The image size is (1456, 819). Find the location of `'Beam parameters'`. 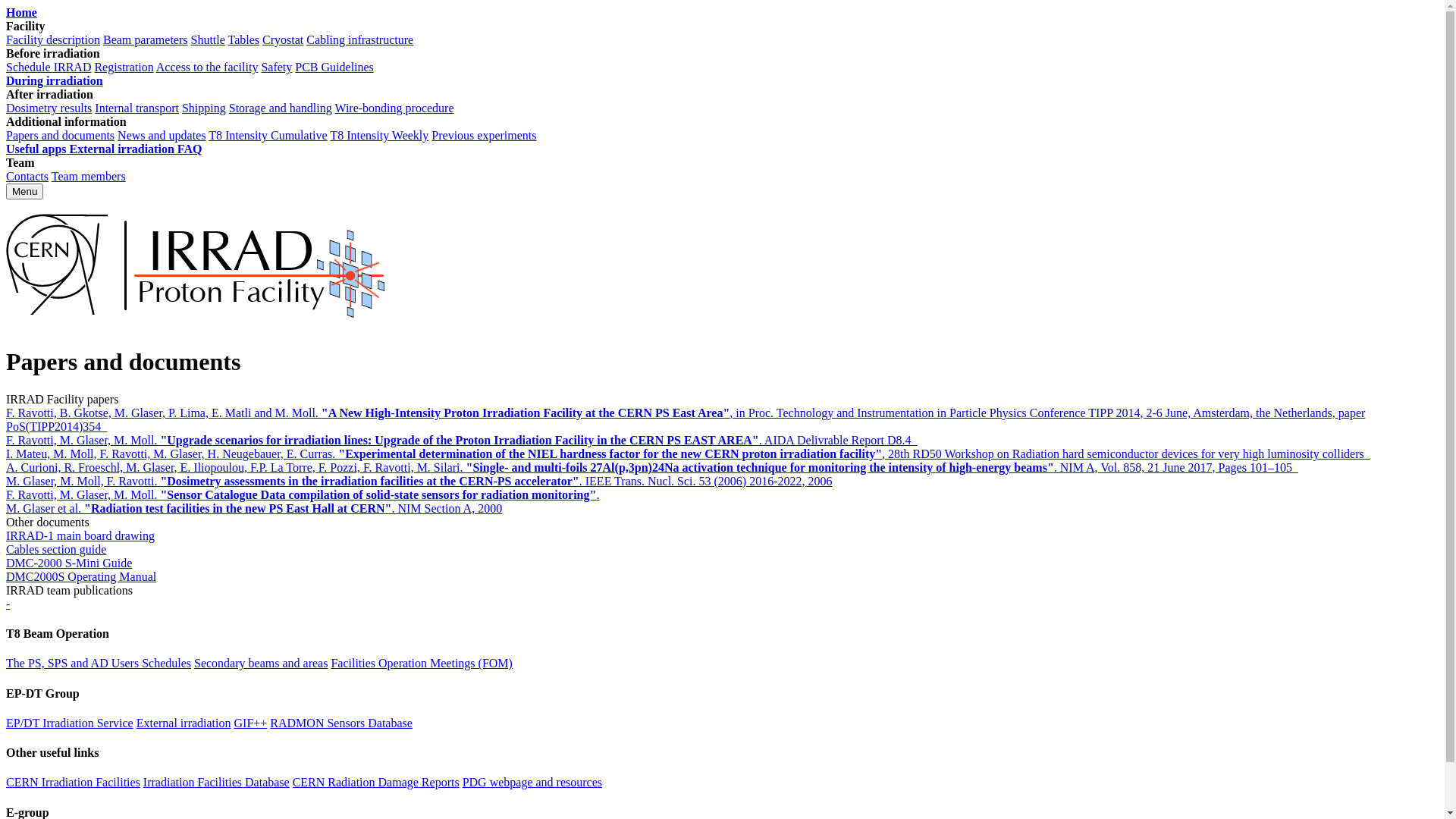

'Beam parameters' is located at coordinates (146, 39).